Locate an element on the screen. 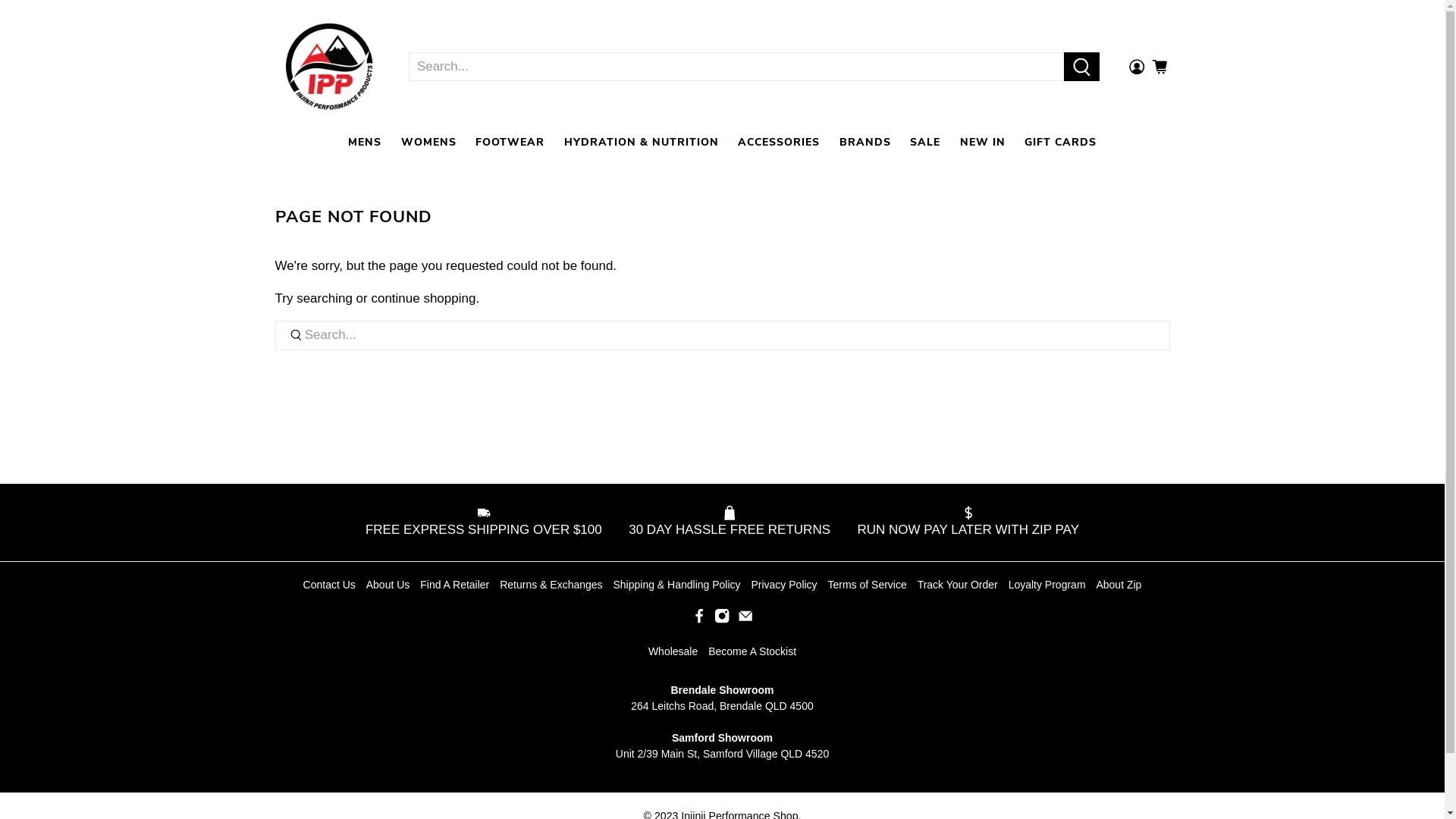  'Injinji Performance Shop on Facebook' is located at coordinates (691, 620).